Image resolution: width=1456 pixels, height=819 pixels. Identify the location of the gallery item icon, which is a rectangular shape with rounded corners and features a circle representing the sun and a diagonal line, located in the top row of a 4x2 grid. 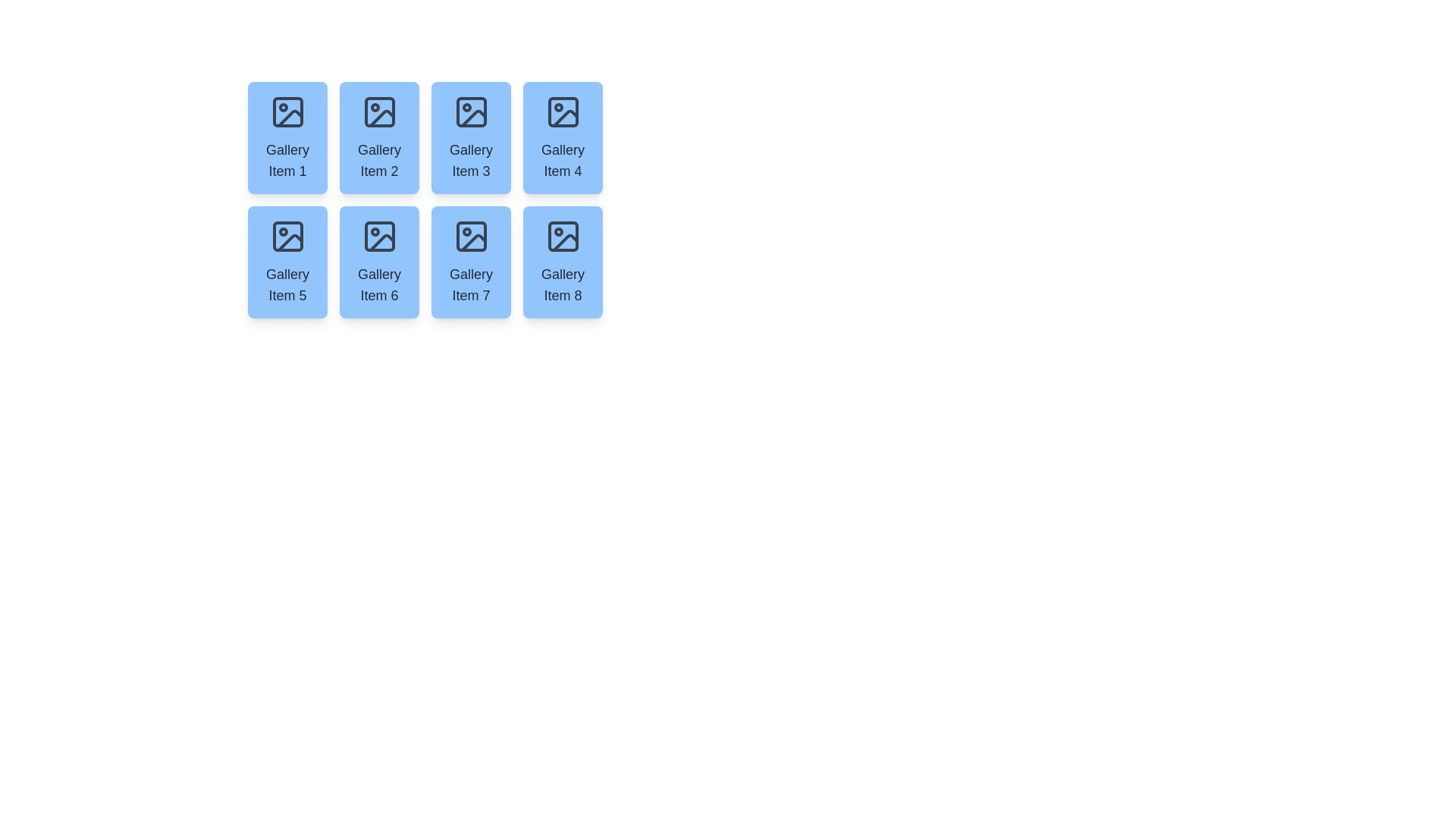
(470, 111).